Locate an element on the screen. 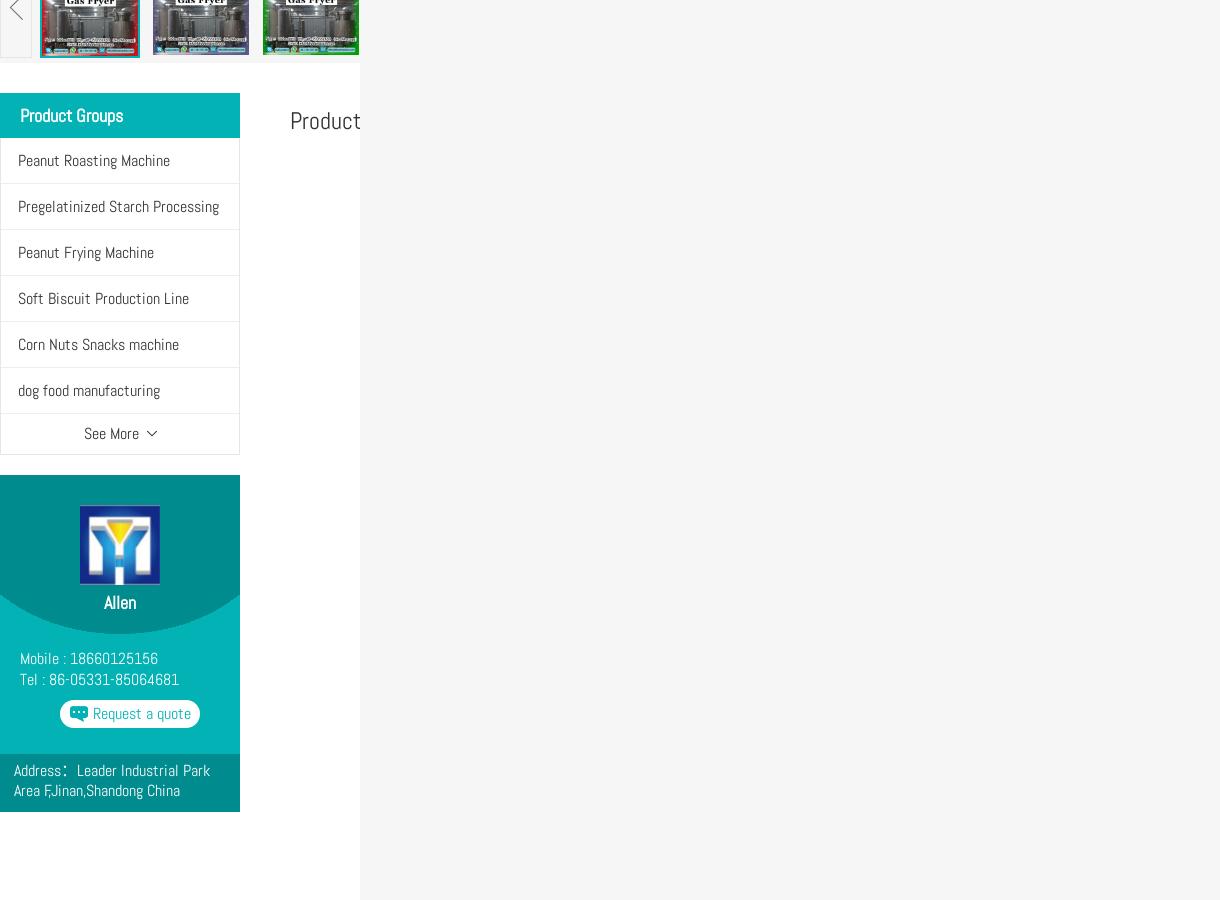  'Address：Leader Industrial Park Area F,Jinan,Shandong China' is located at coordinates (111, 779).